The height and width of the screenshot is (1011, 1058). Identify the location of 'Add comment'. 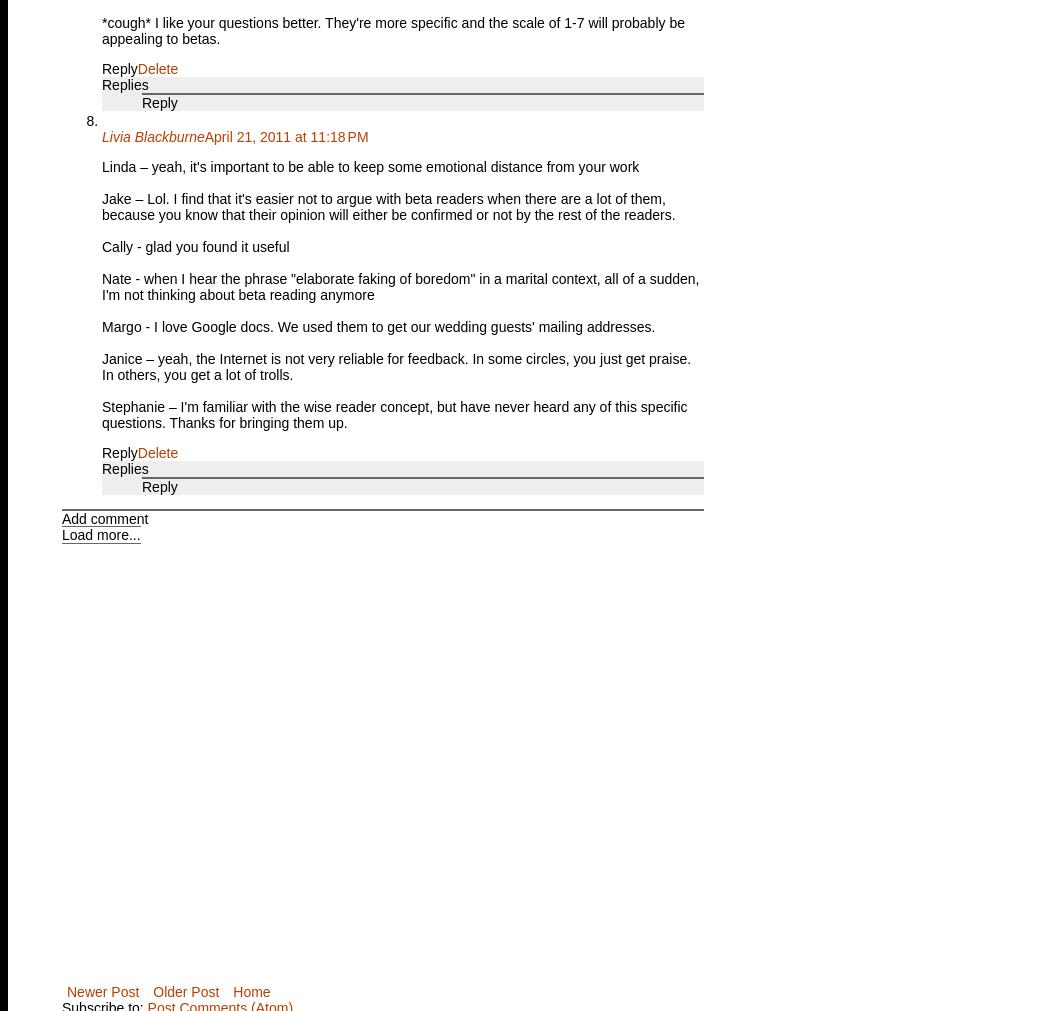
(103, 519).